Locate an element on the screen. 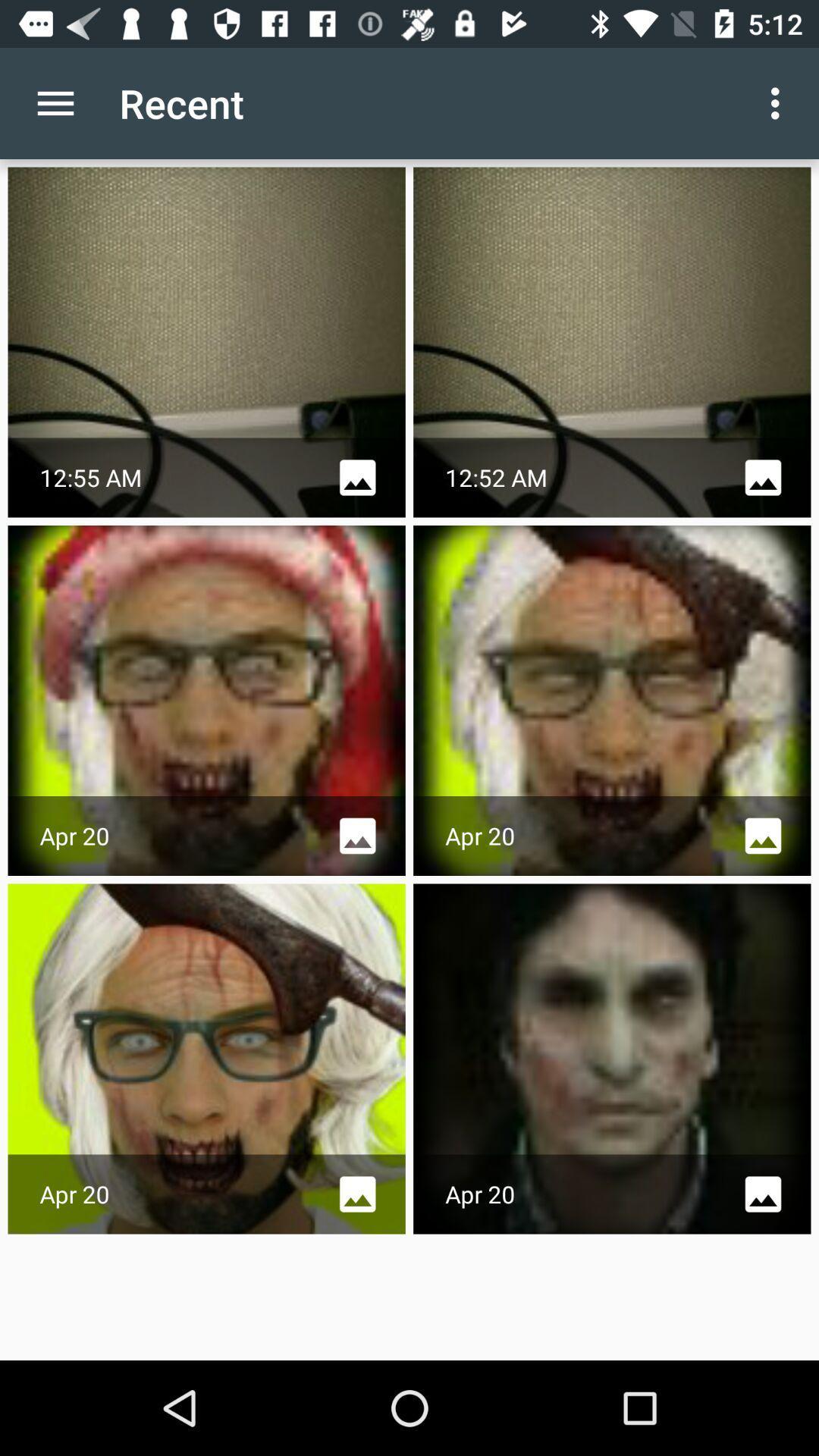 This screenshot has height=1456, width=819. the icon next to the recent is located at coordinates (55, 102).